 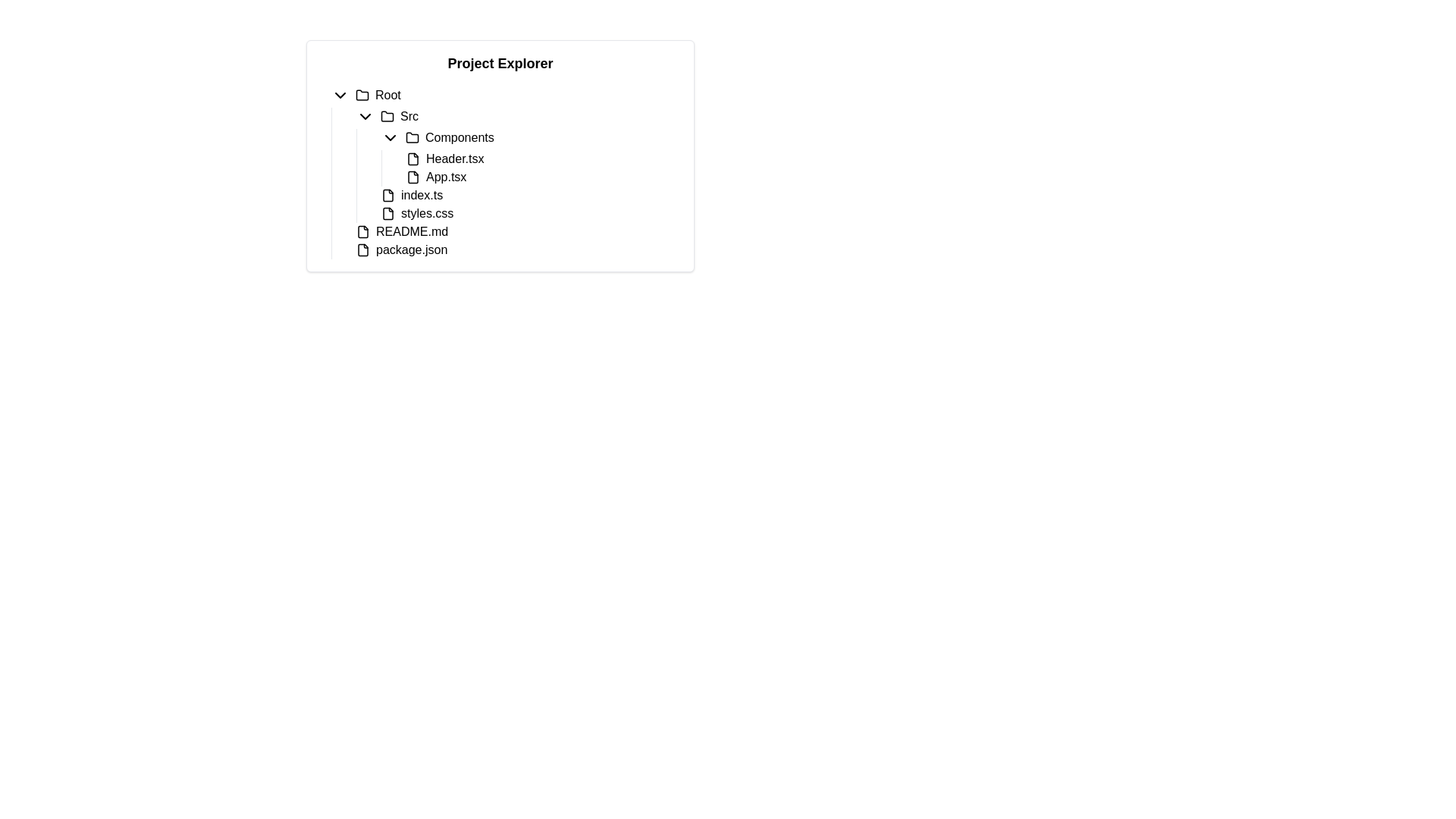 I want to click on the 'Root' text label in the header row of the tree-view interface, so click(x=388, y=96).